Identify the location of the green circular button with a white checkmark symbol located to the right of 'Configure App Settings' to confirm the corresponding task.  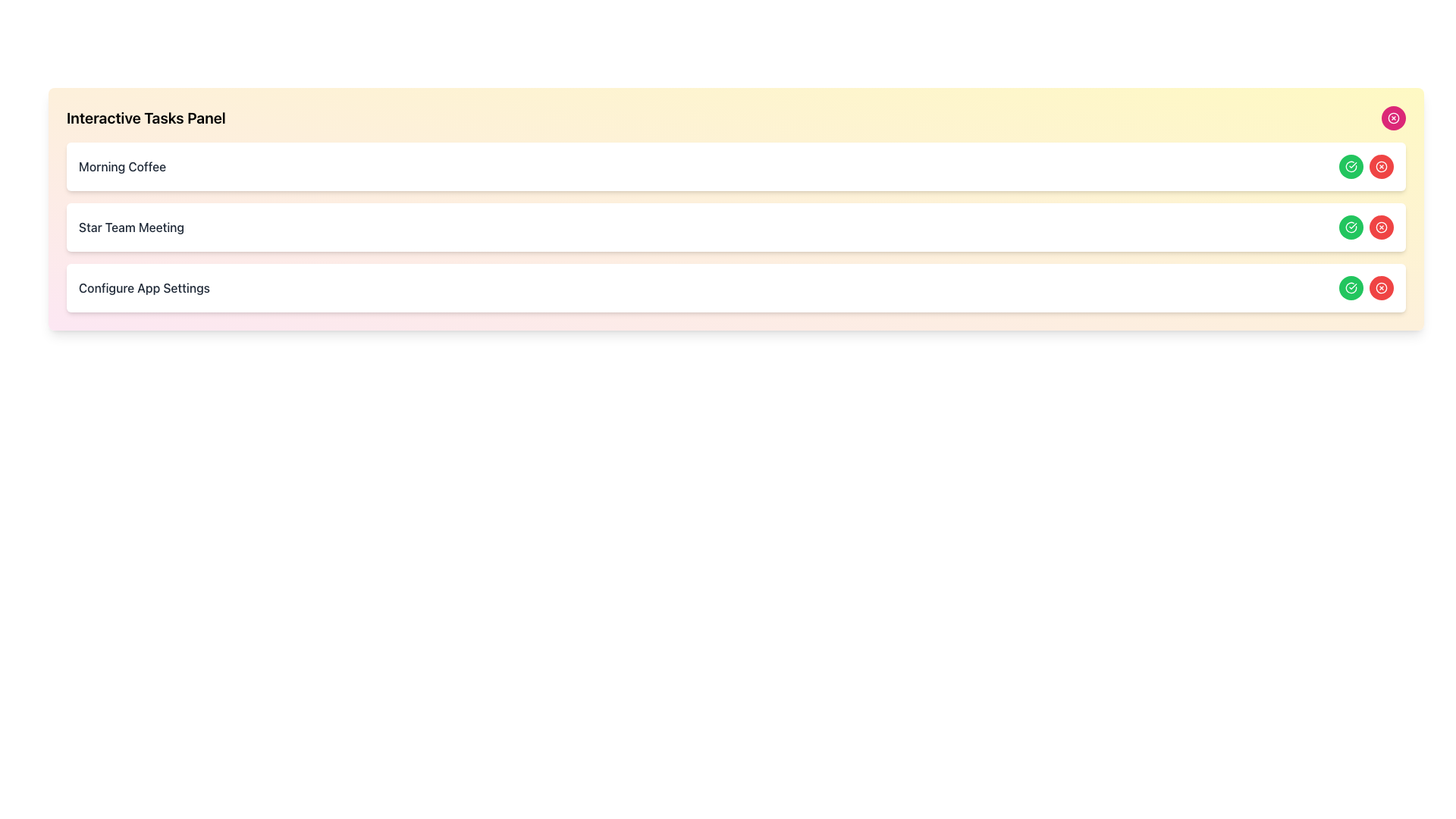
(1351, 288).